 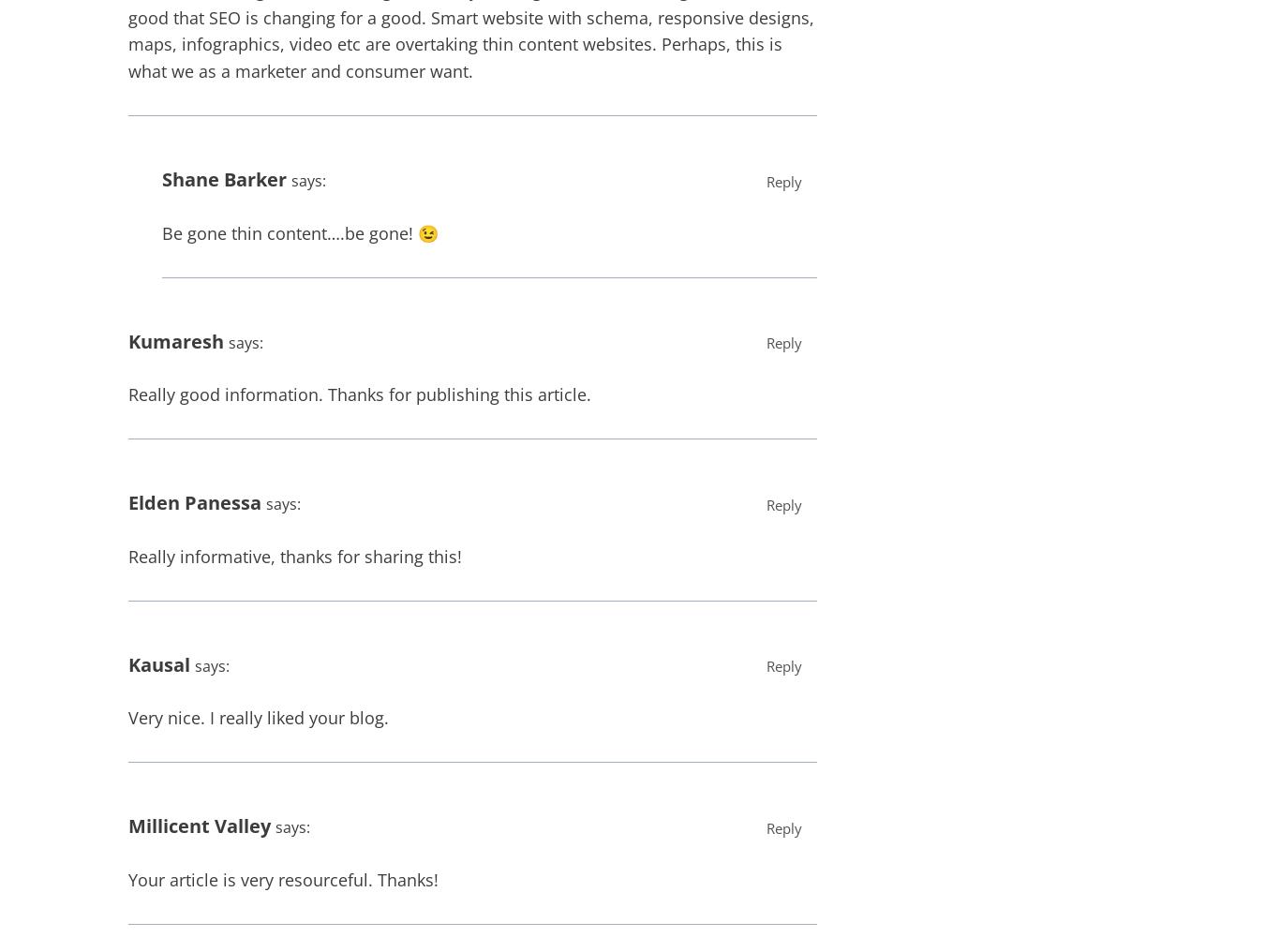 What do you see at coordinates (127, 340) in the screenshot?
I see `'Kumaresh'` at bounding box center [127, 340].